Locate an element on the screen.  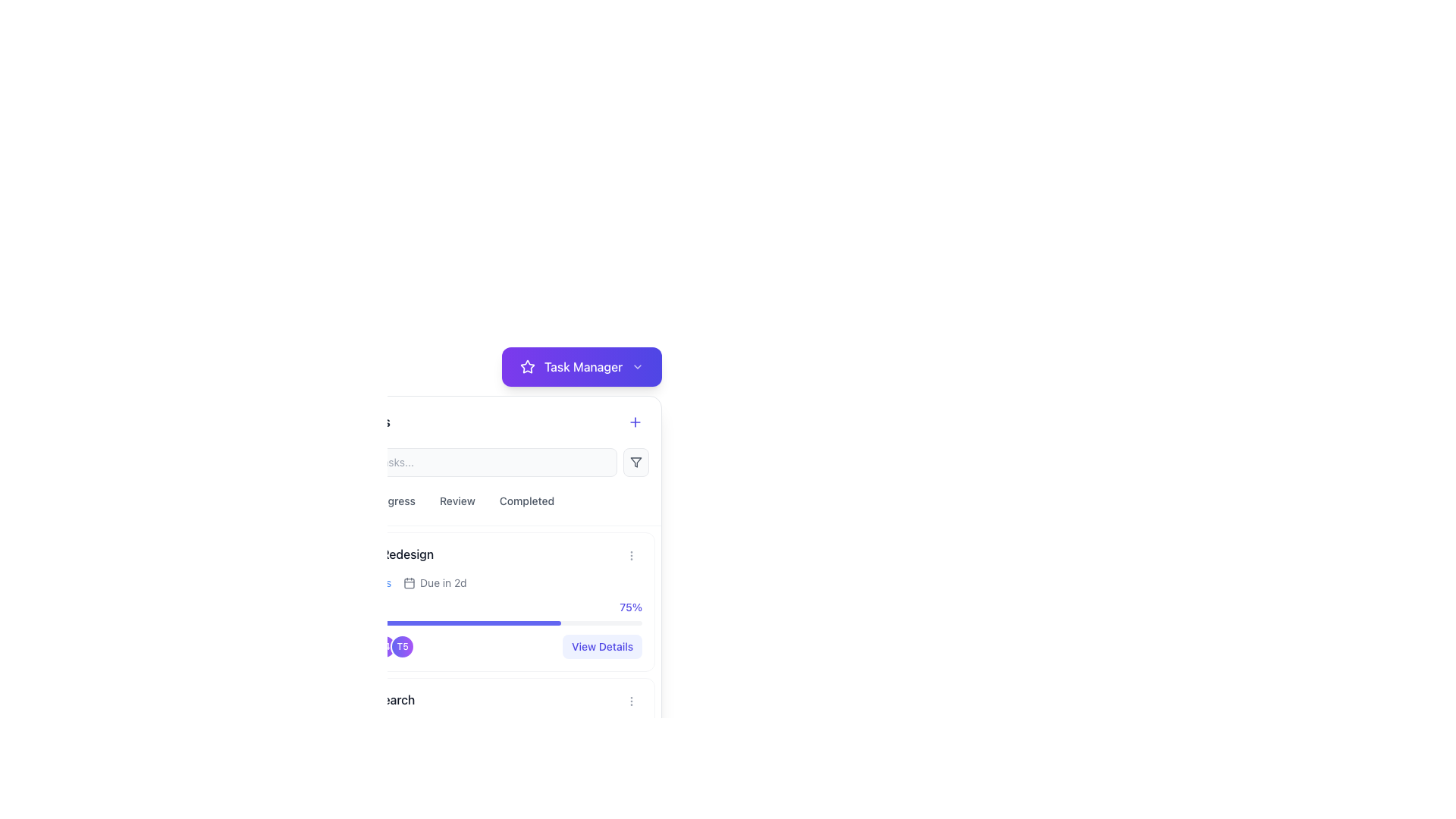
the avatars in the Interactive button with supplementary avatars is located at coordinates (479, 792).